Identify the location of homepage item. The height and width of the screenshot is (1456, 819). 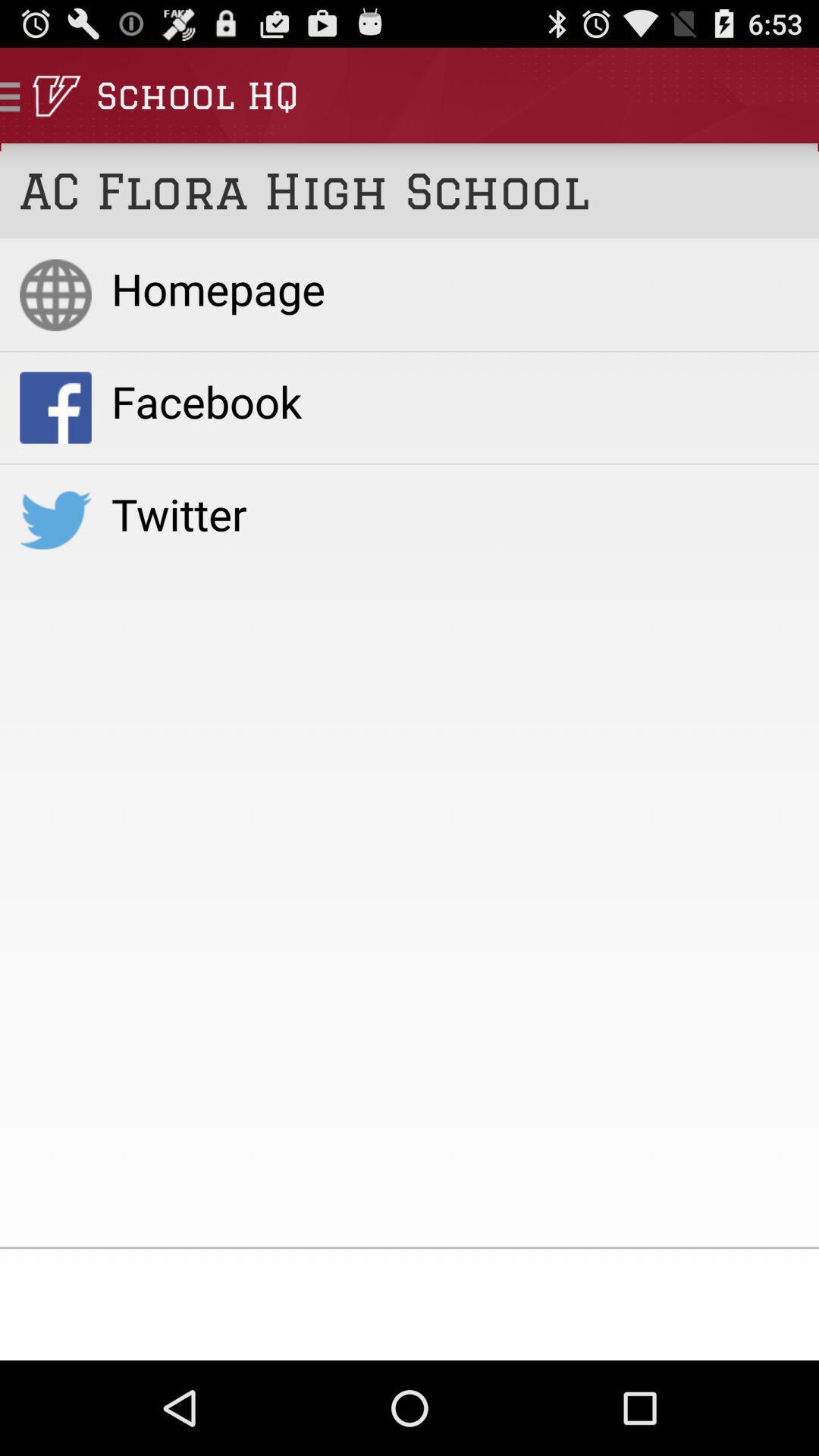
(454, 288).